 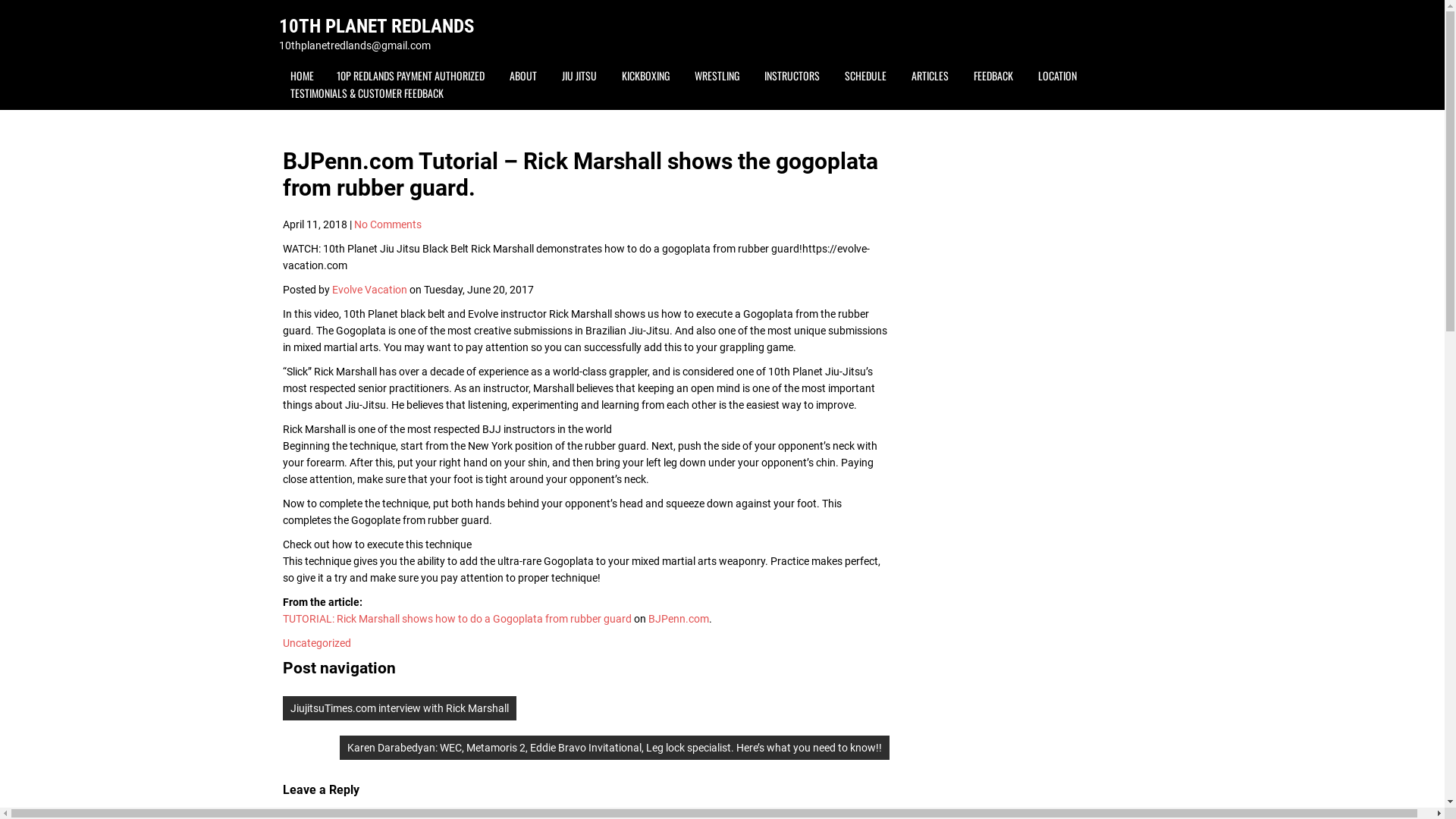 I want to click on 'SCHEDULE', so click(x=864, y=75).